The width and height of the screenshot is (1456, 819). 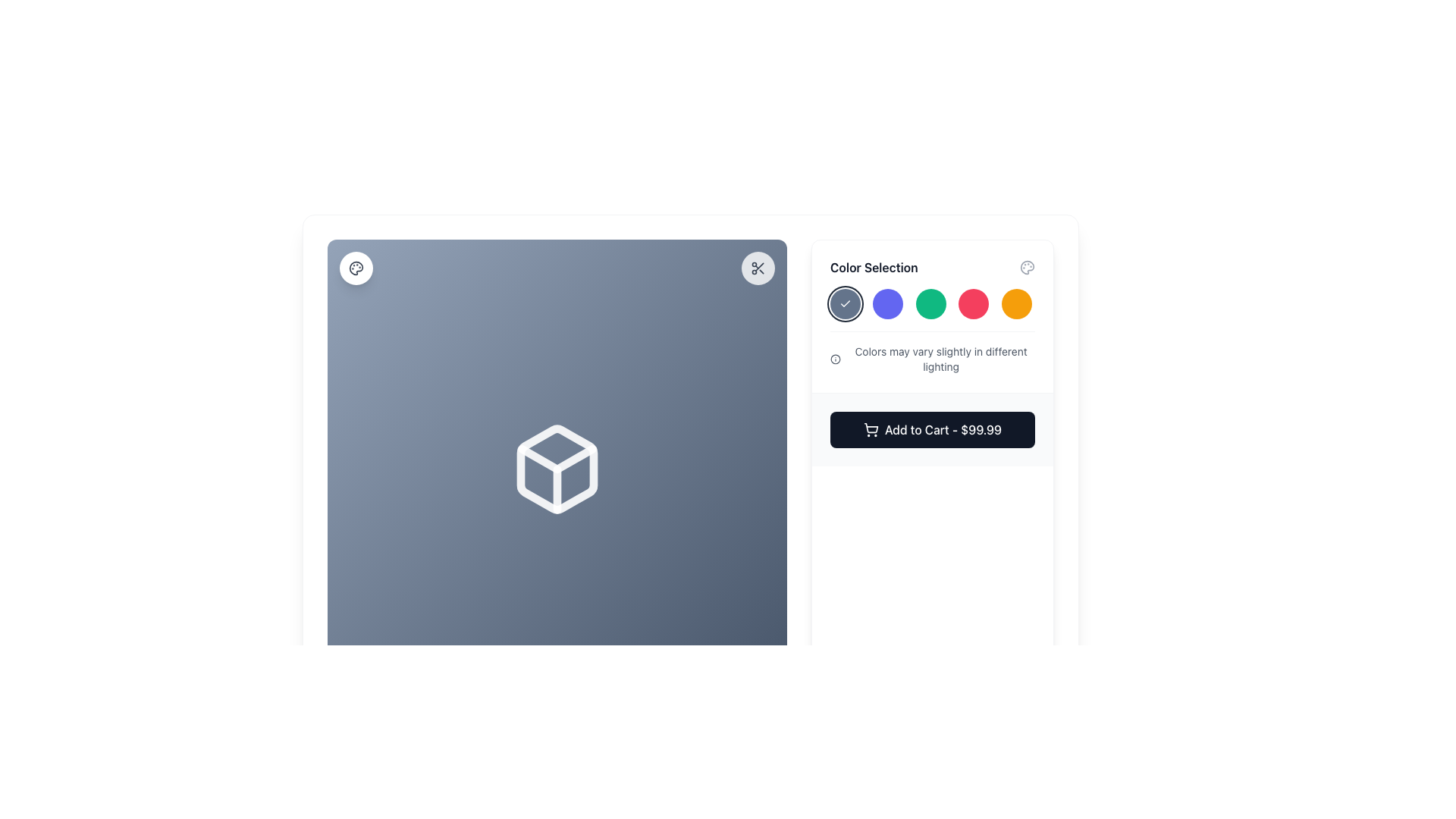 I want to click on the static text label that provides cautionary messages regarding color appearance under different lighting conditions, located near the center of the color selection panel, so click(x=940, y=359).